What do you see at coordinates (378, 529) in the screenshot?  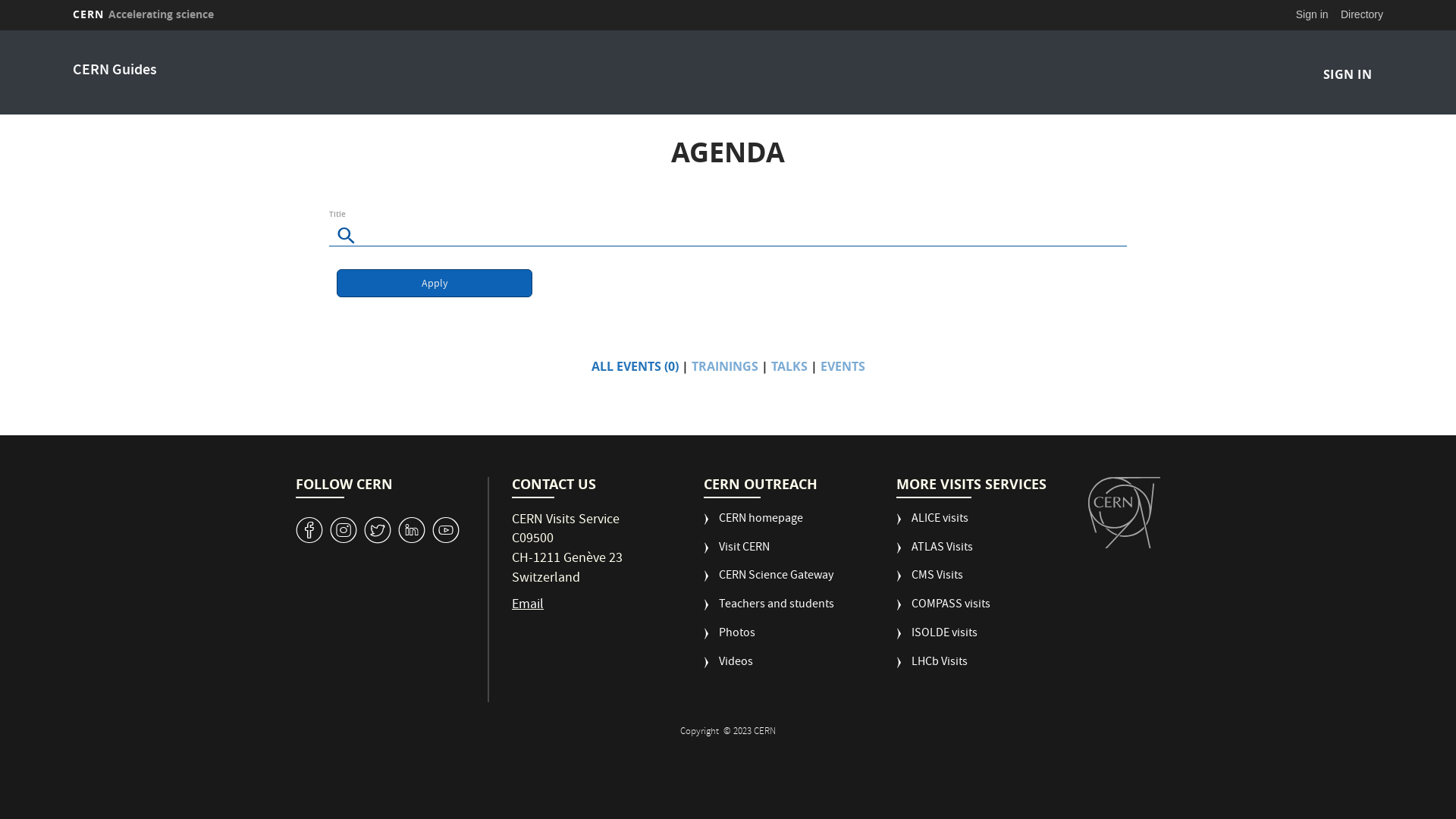 I see `'W'` at bounding box center [378, 529].